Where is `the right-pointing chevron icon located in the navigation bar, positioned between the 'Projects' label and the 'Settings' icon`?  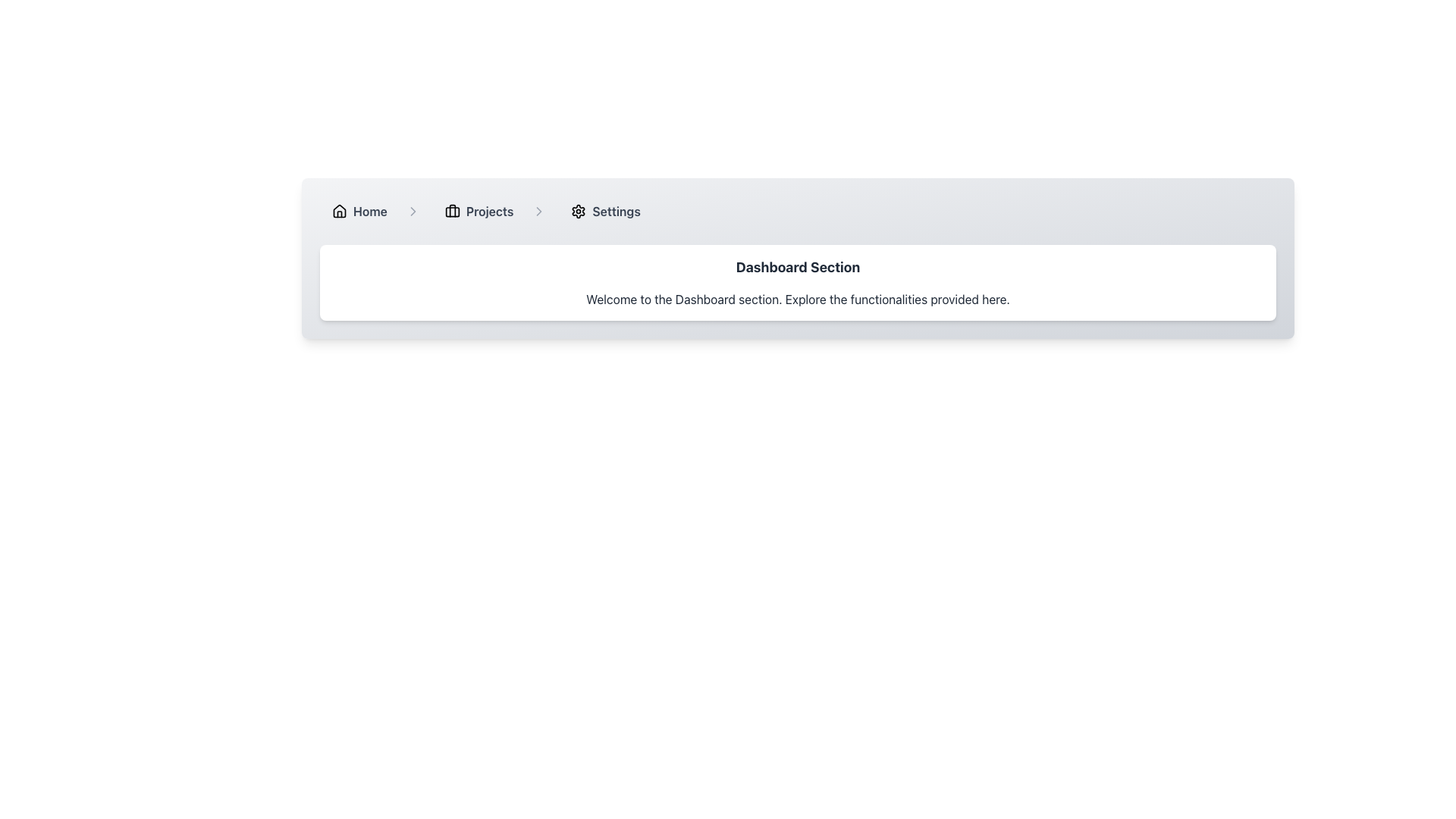
the right-pointing chevron icon located in the navigation bar, positioned between the 'Projects' label and the 'Settings' icon is located at coordinates (539, 211).